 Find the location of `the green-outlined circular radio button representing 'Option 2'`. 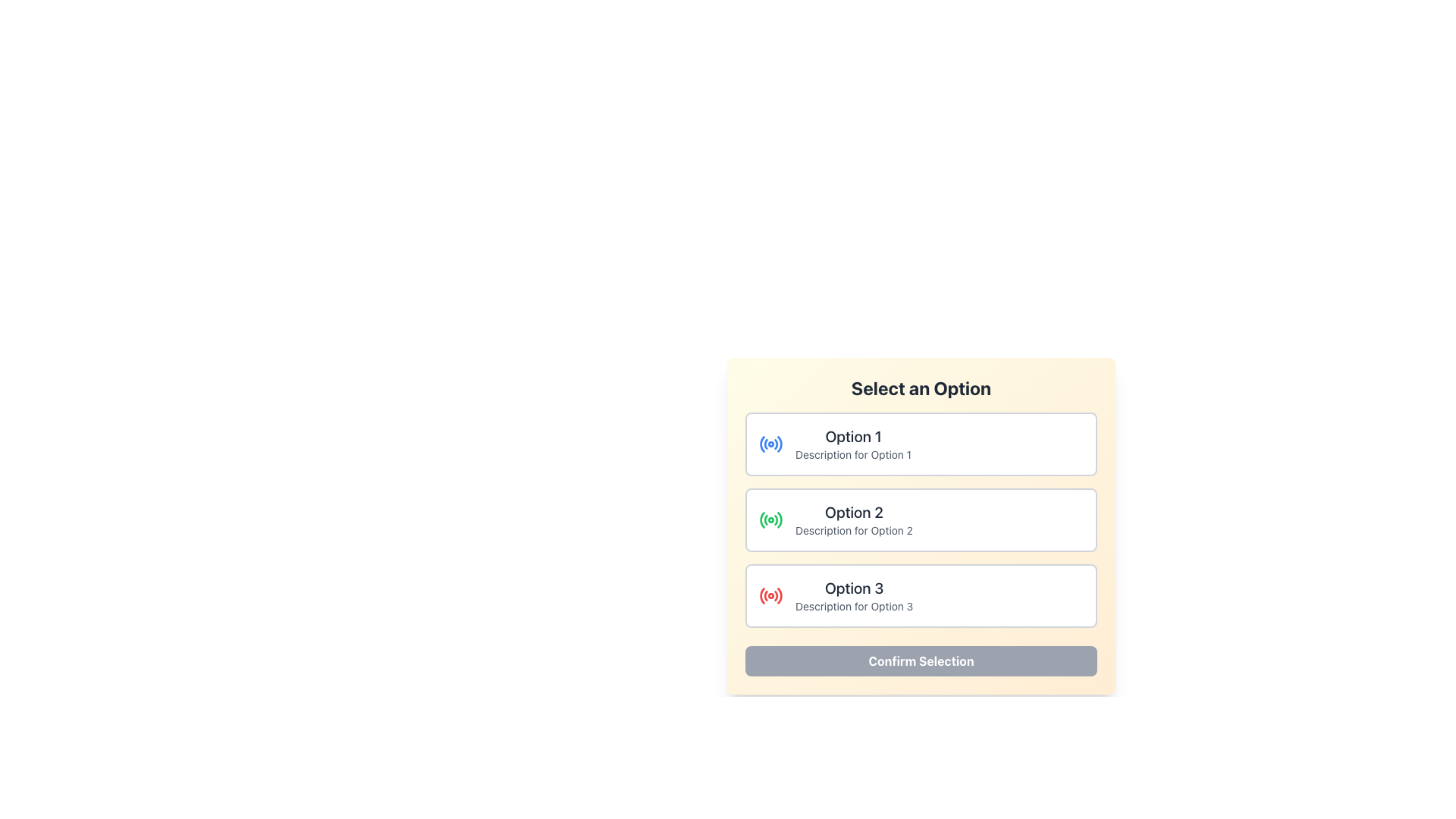

the green-outlined circular radio button representing 'Option 2' is located at coordinates (771, 519).